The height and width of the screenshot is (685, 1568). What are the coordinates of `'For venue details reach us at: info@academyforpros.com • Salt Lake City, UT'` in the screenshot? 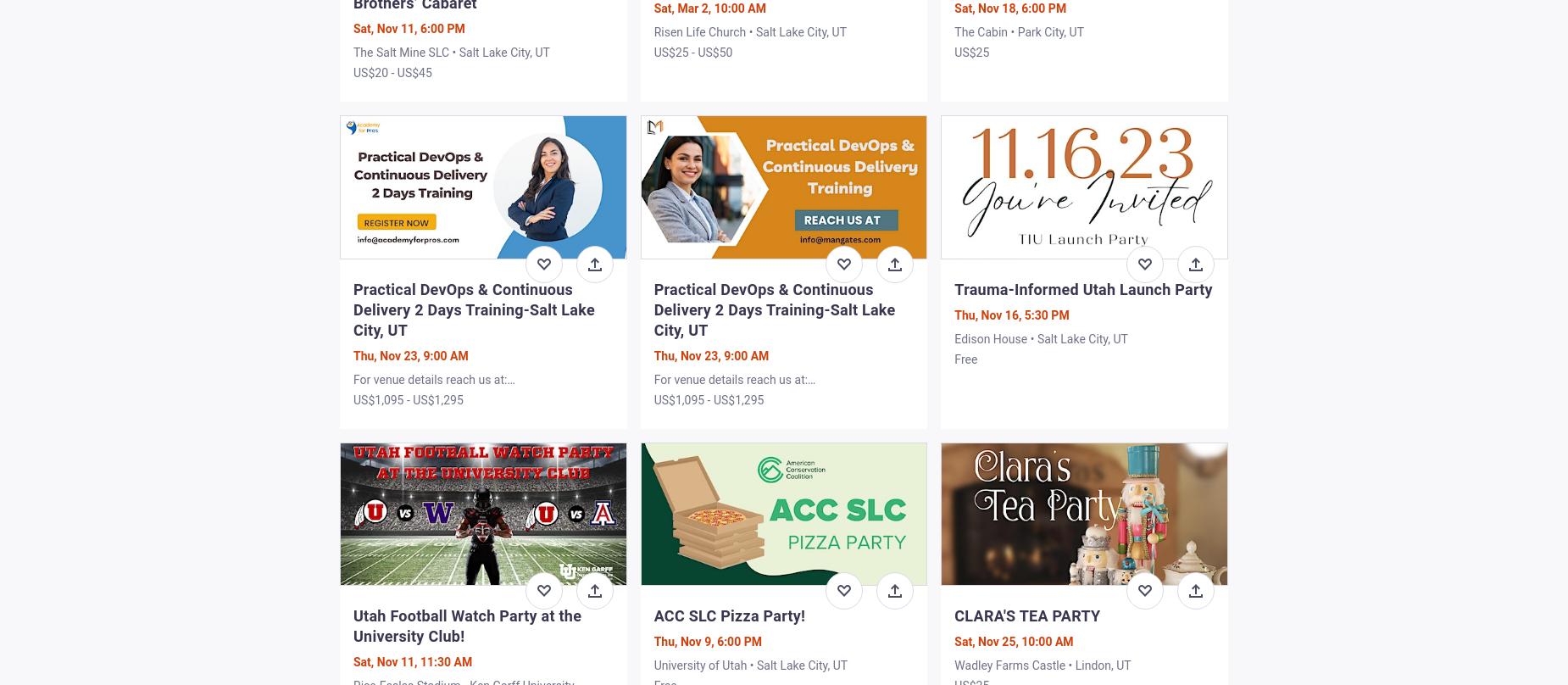 It's located at (466, 396).